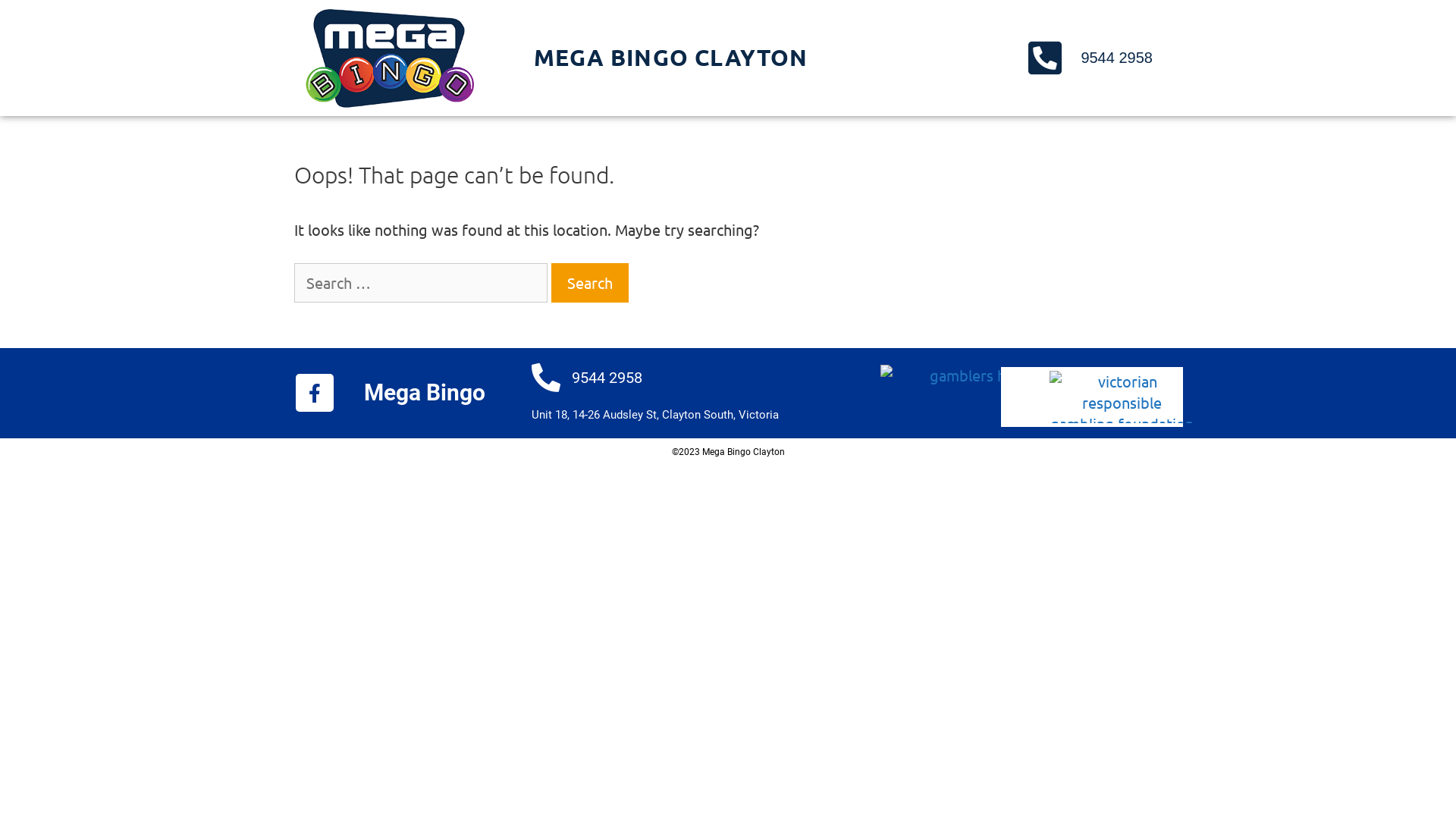 Image resolution: width=1456 pixels, height=819 pixels. Describe the element at coordinates (588, 283) in the screenshot. I see `'Search'` at that location.